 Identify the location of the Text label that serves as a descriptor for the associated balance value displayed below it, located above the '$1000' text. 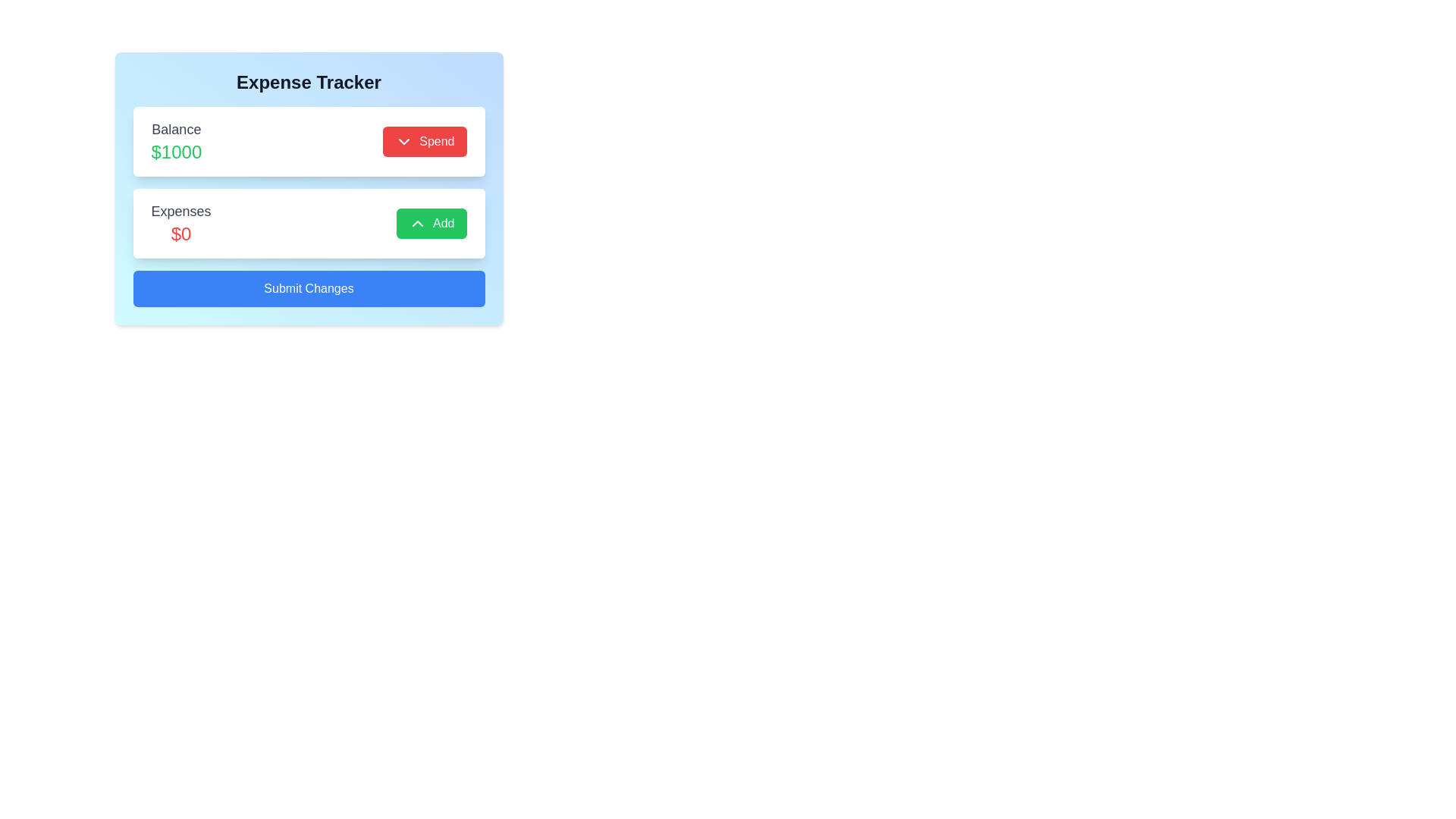
(176, 128).